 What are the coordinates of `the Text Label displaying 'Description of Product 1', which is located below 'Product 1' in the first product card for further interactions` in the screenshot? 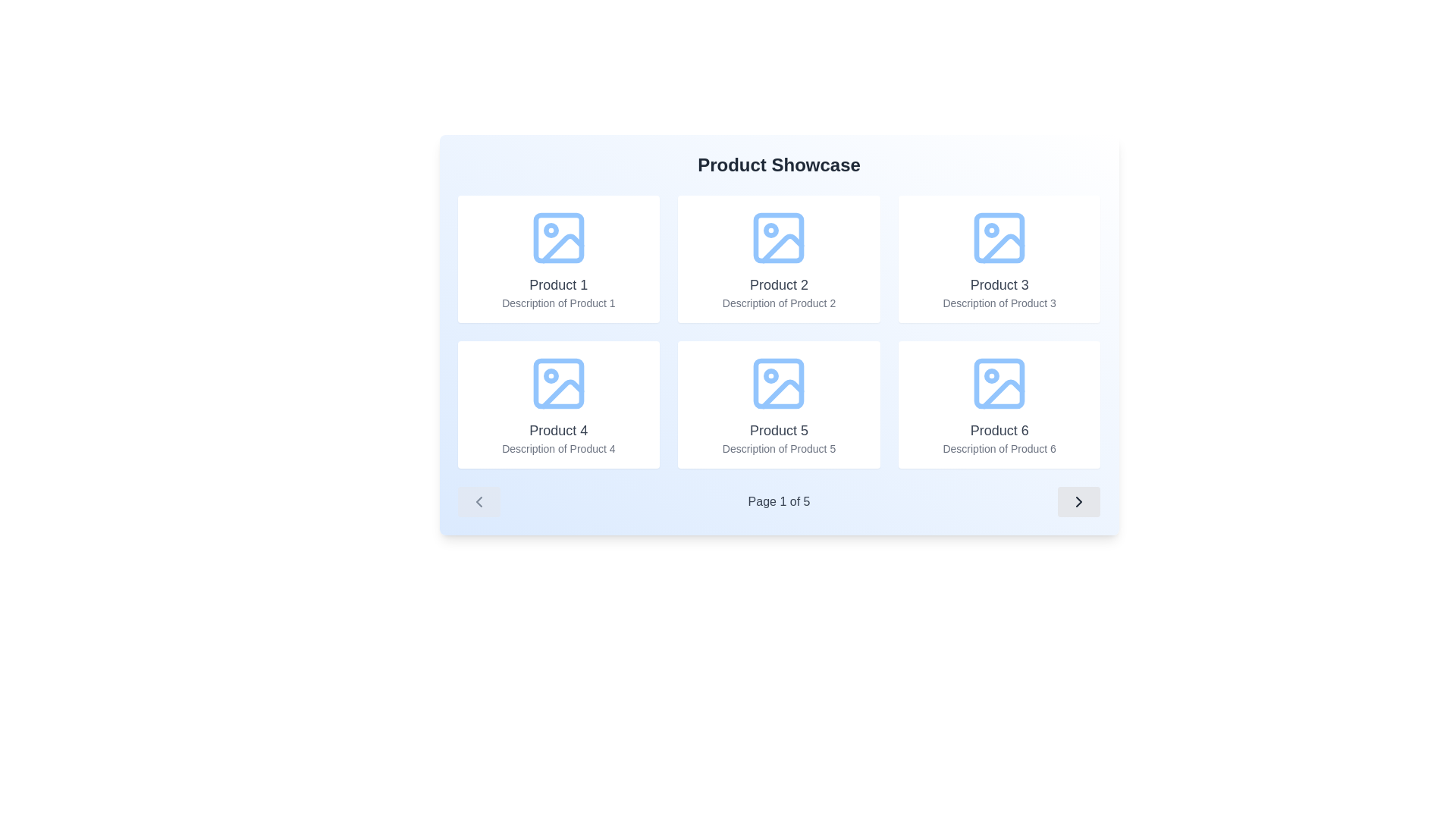 It's located at (557, 303).